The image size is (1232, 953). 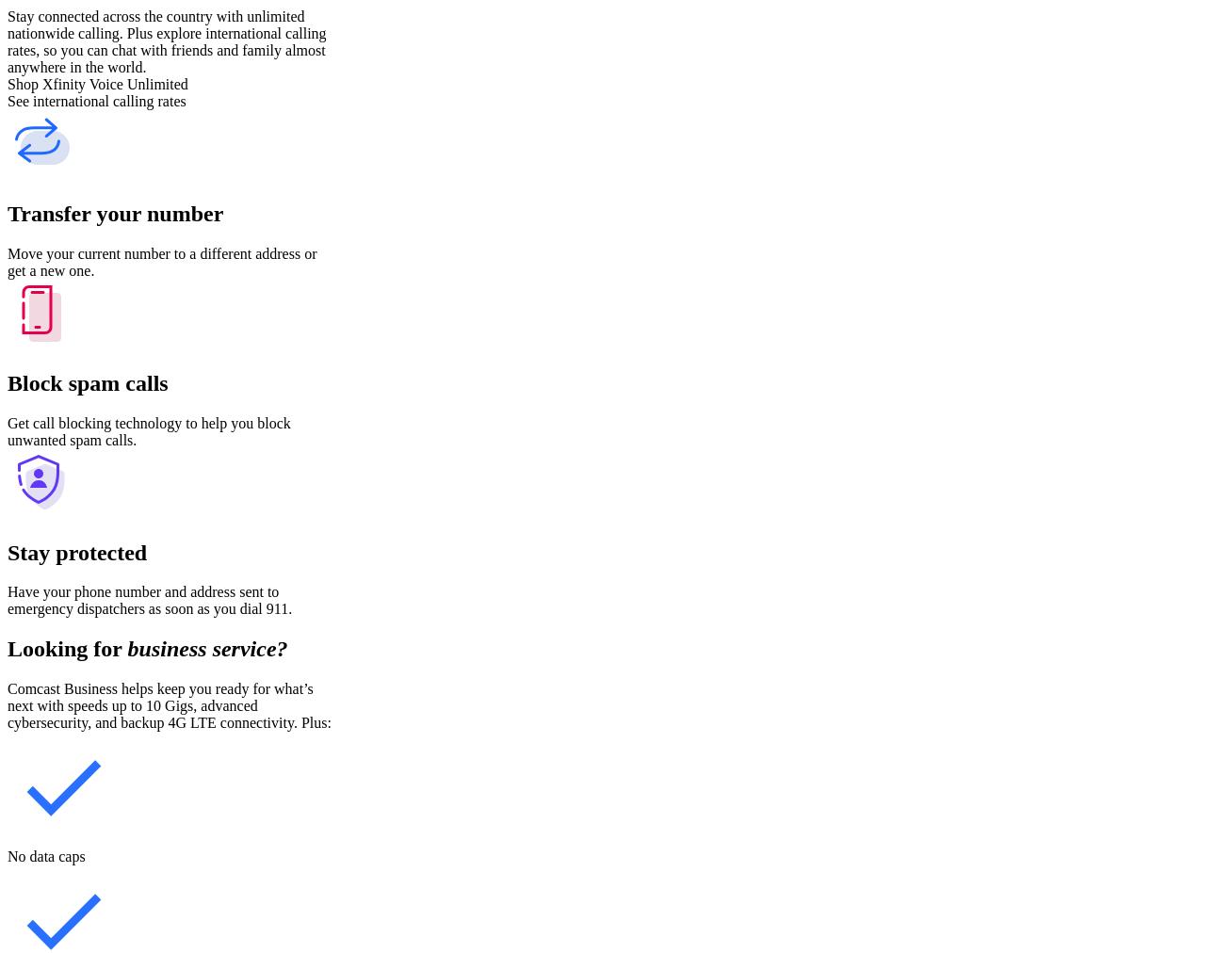 I want to click on 'See international calling rates', so click(x=95, y=100).